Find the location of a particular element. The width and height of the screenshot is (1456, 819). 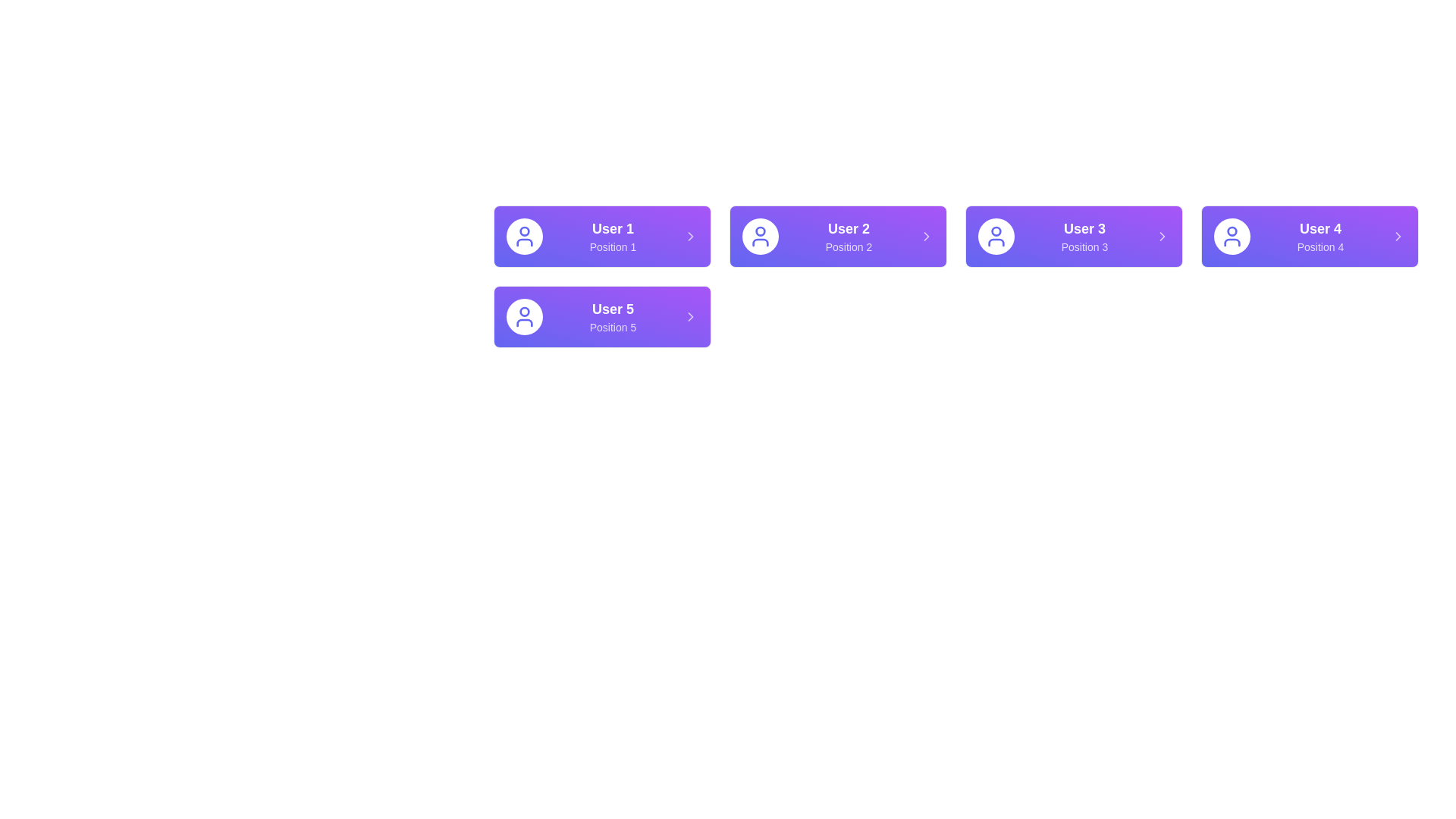

the static text label indicating position number '5' associated with 'User 5', located at the bottom of the card in the bottom left section of the grid of five cards is located at coordinates (613, 327).